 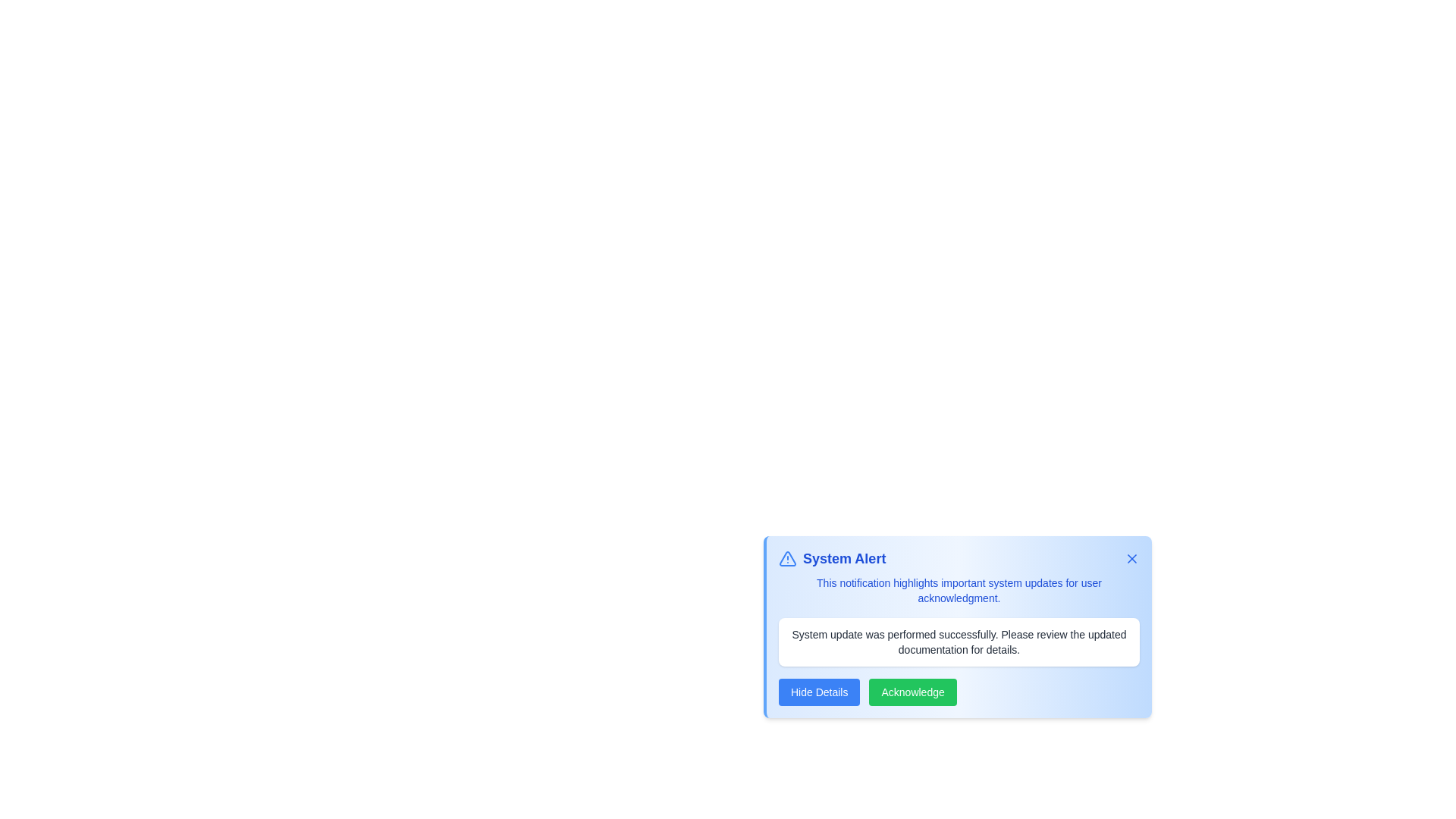 I want to click on the close button to dismiss the notification, so click(x=1131, y=558).